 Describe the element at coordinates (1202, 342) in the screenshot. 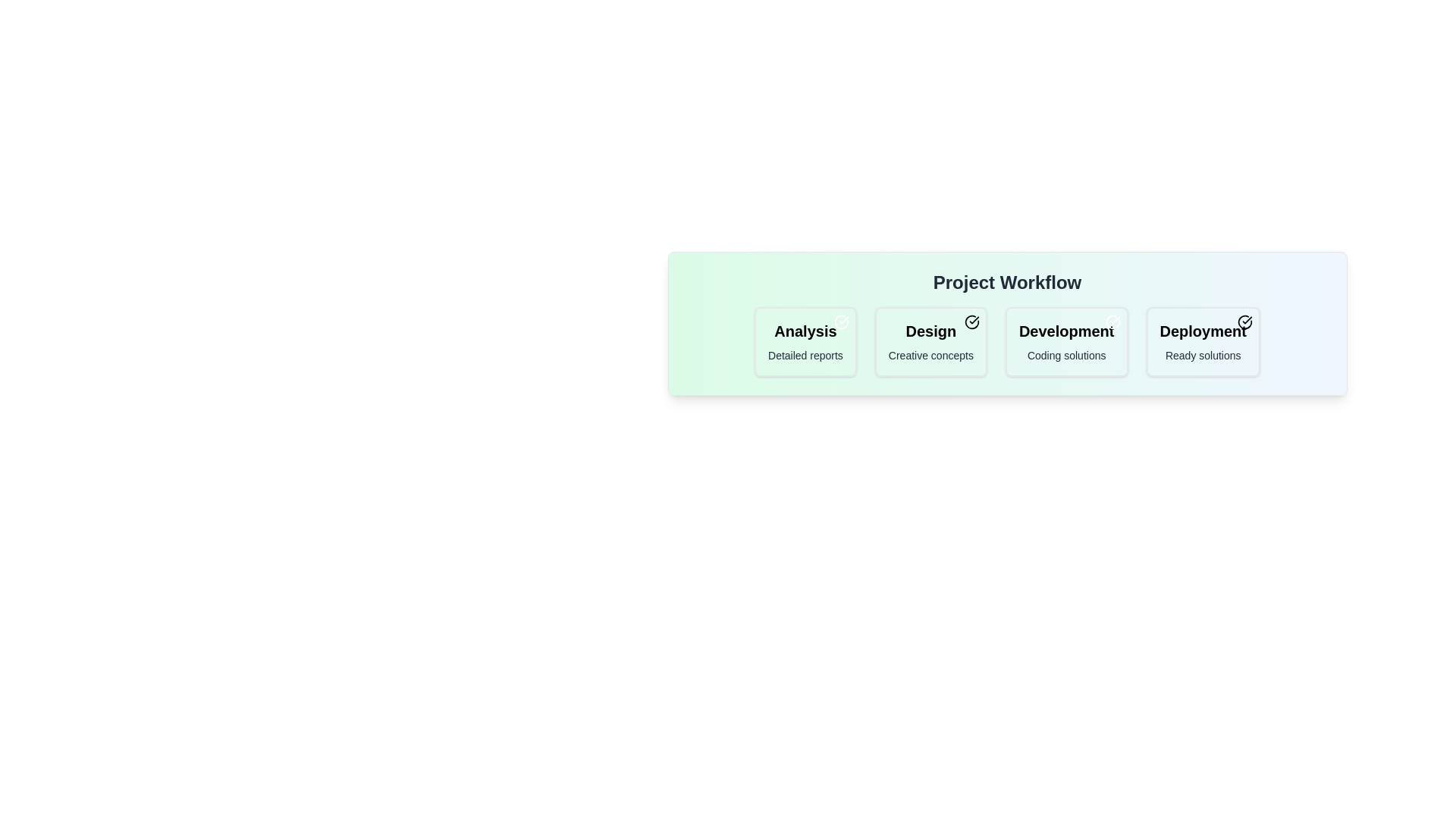

I see `the chip labeled 'Deployment'` at that location.